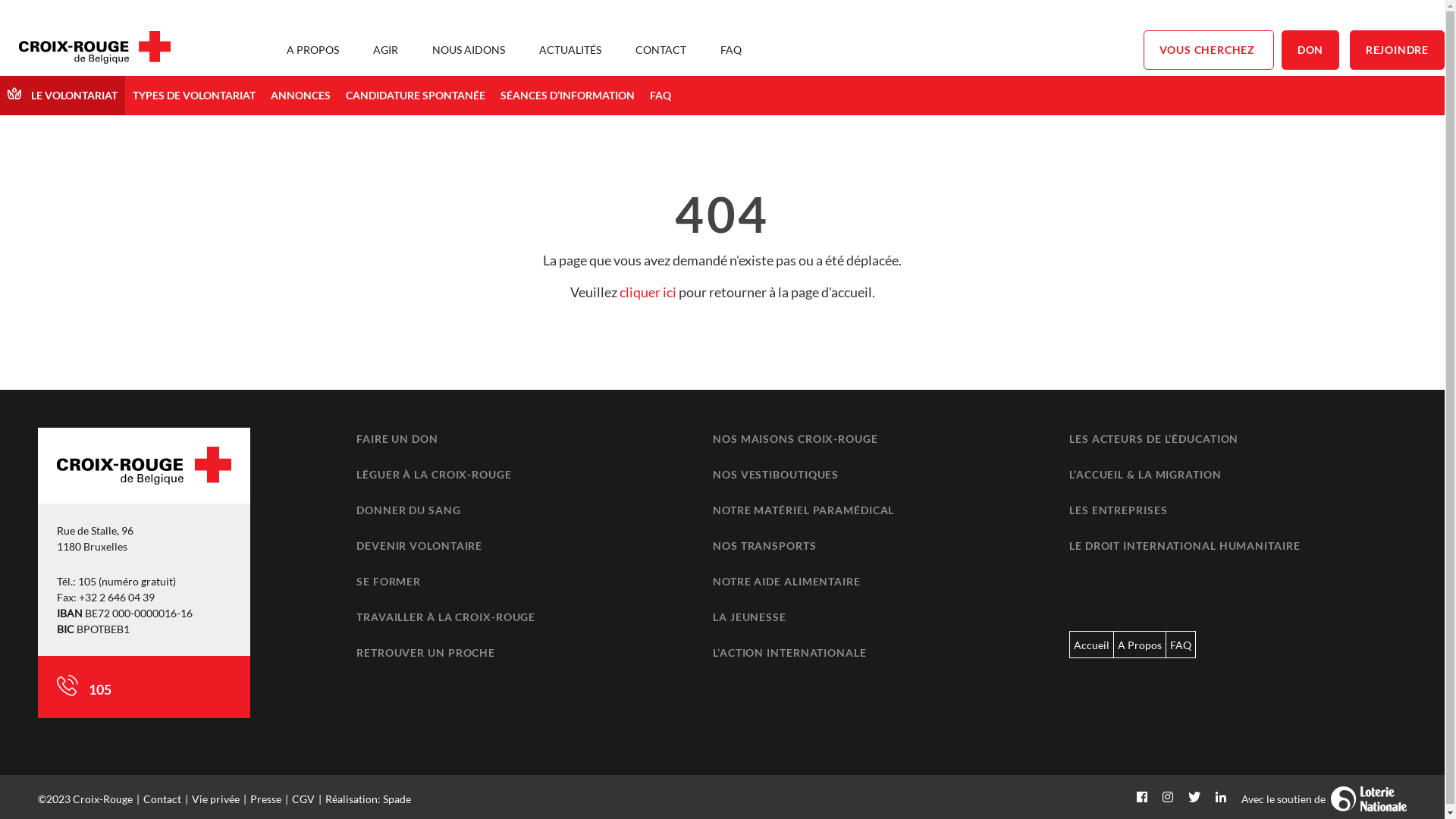  What do you see at coordinates (1207, 49) in the screenshot?
I see `'VOUS CHERCHEZ'` at bounding box center [1207, 49].